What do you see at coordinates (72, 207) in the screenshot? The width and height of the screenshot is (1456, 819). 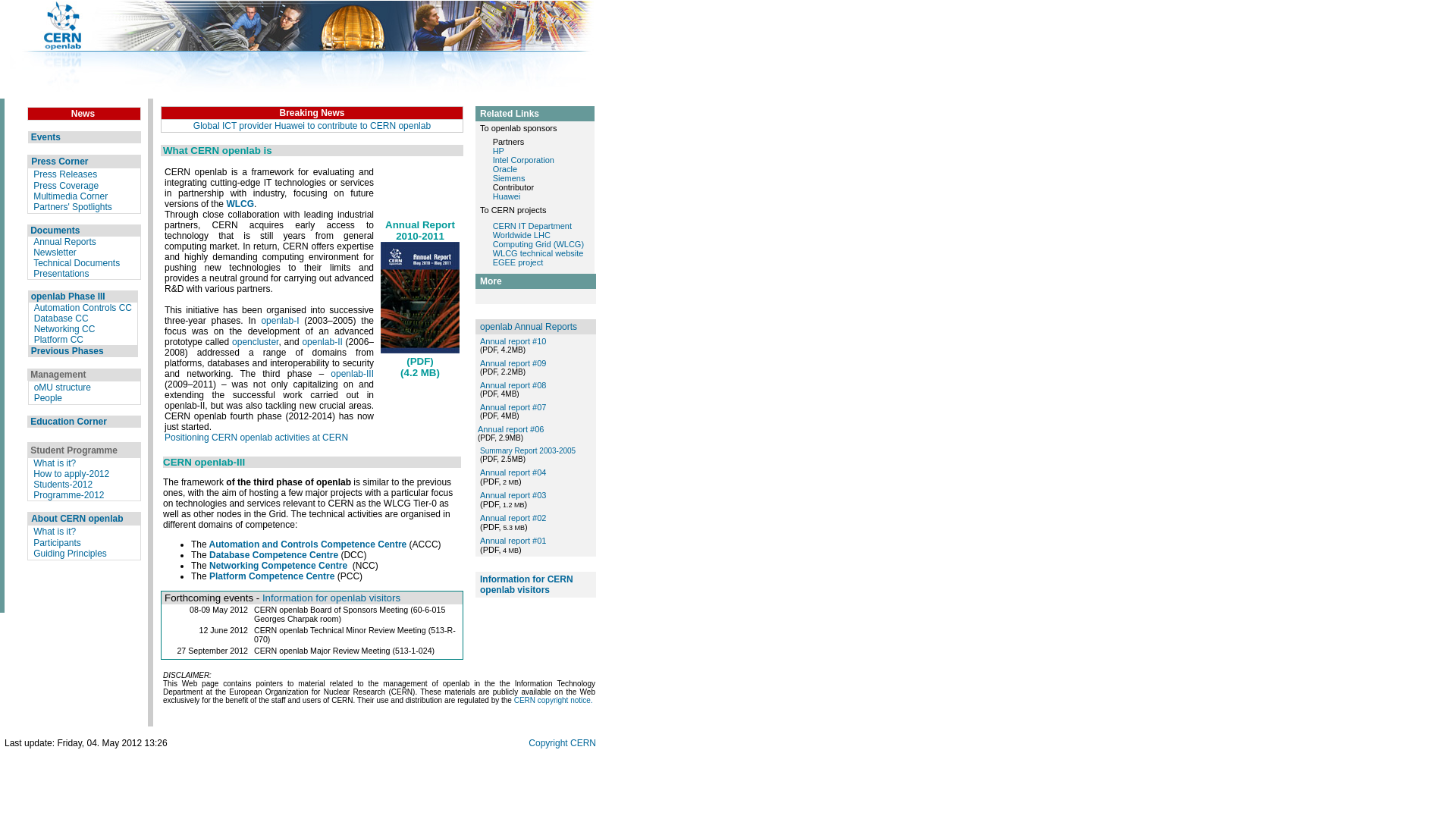 I see `'Partners' Spotlights'` at bounding box center [72, 207].